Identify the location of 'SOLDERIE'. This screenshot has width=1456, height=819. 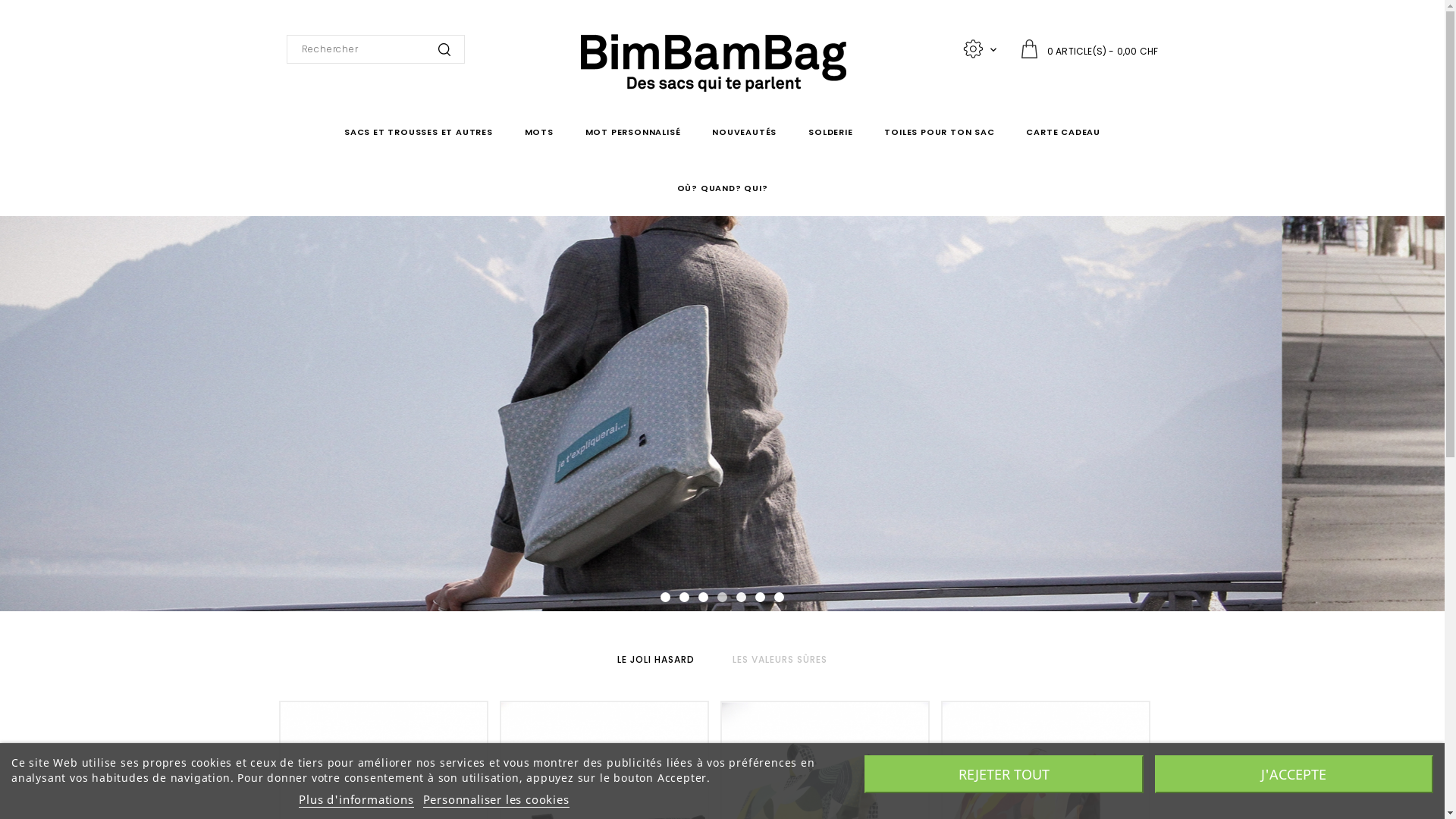
(800, 130).